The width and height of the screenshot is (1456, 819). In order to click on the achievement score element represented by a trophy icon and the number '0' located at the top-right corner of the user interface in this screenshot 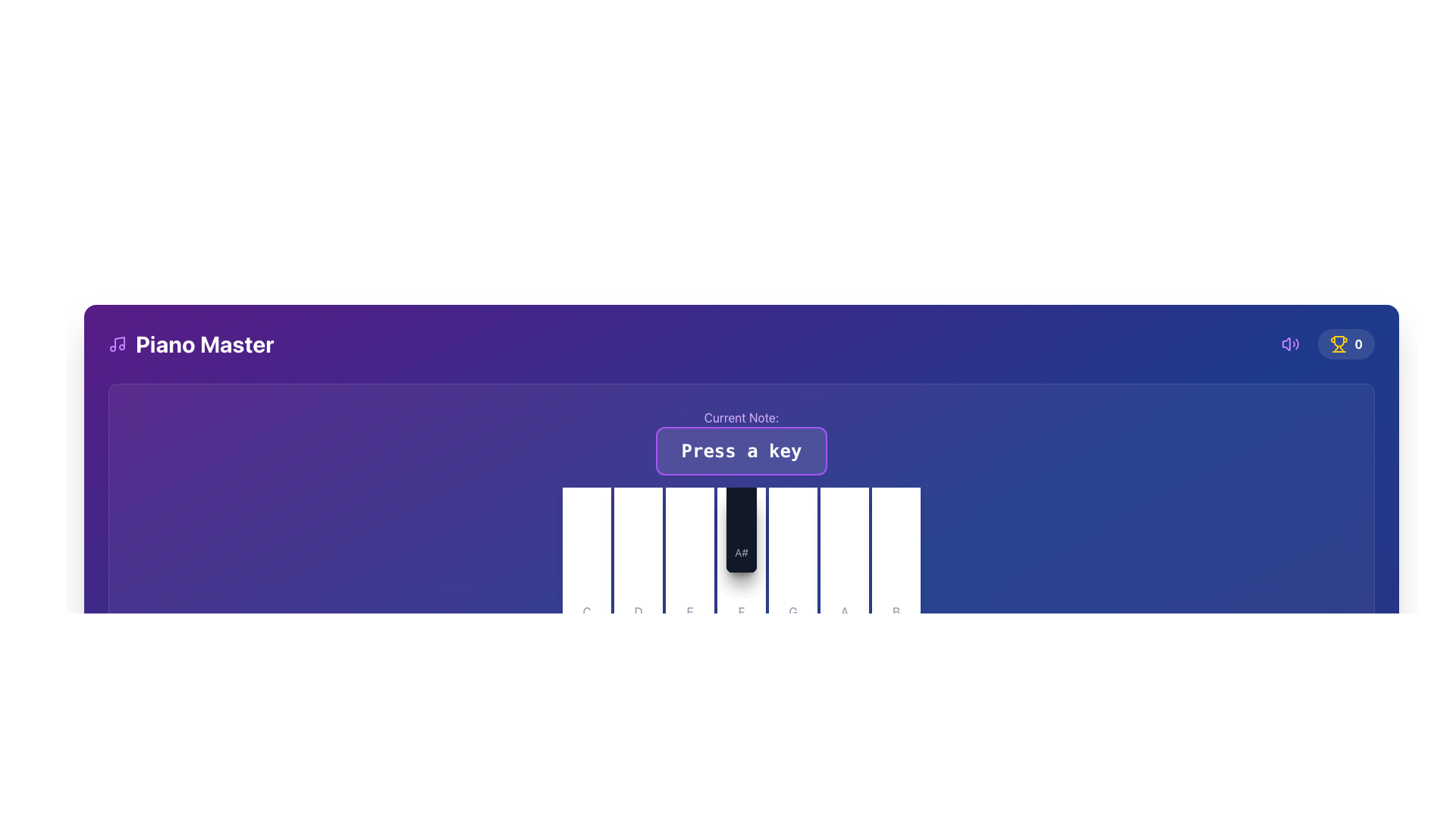, I will do `click(1324, 344)`.